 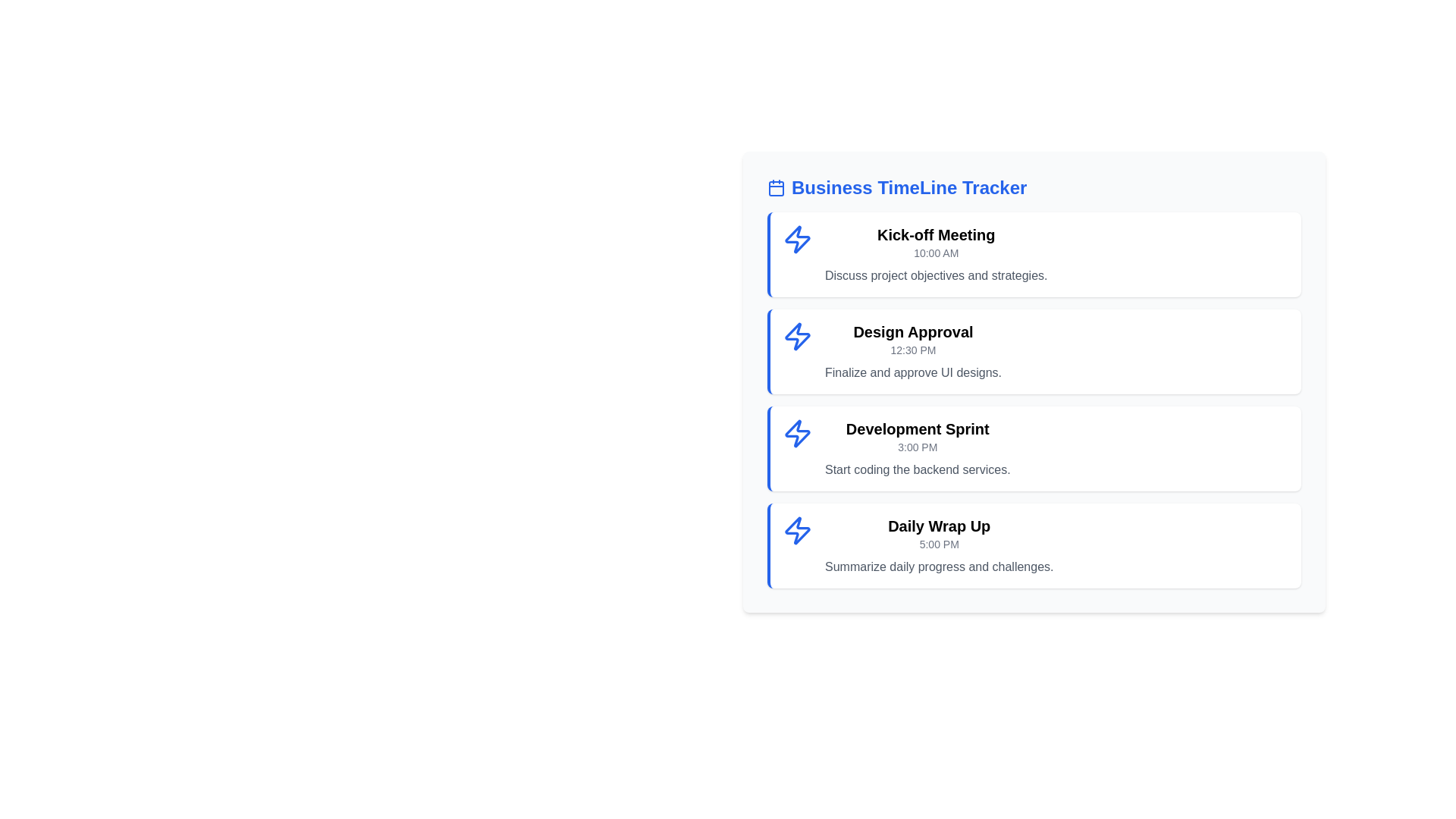 I want to click on information displayed on the first event card that shows the meeting title, time, and summary, located at the top of the list, so click(x=1033, y=253).